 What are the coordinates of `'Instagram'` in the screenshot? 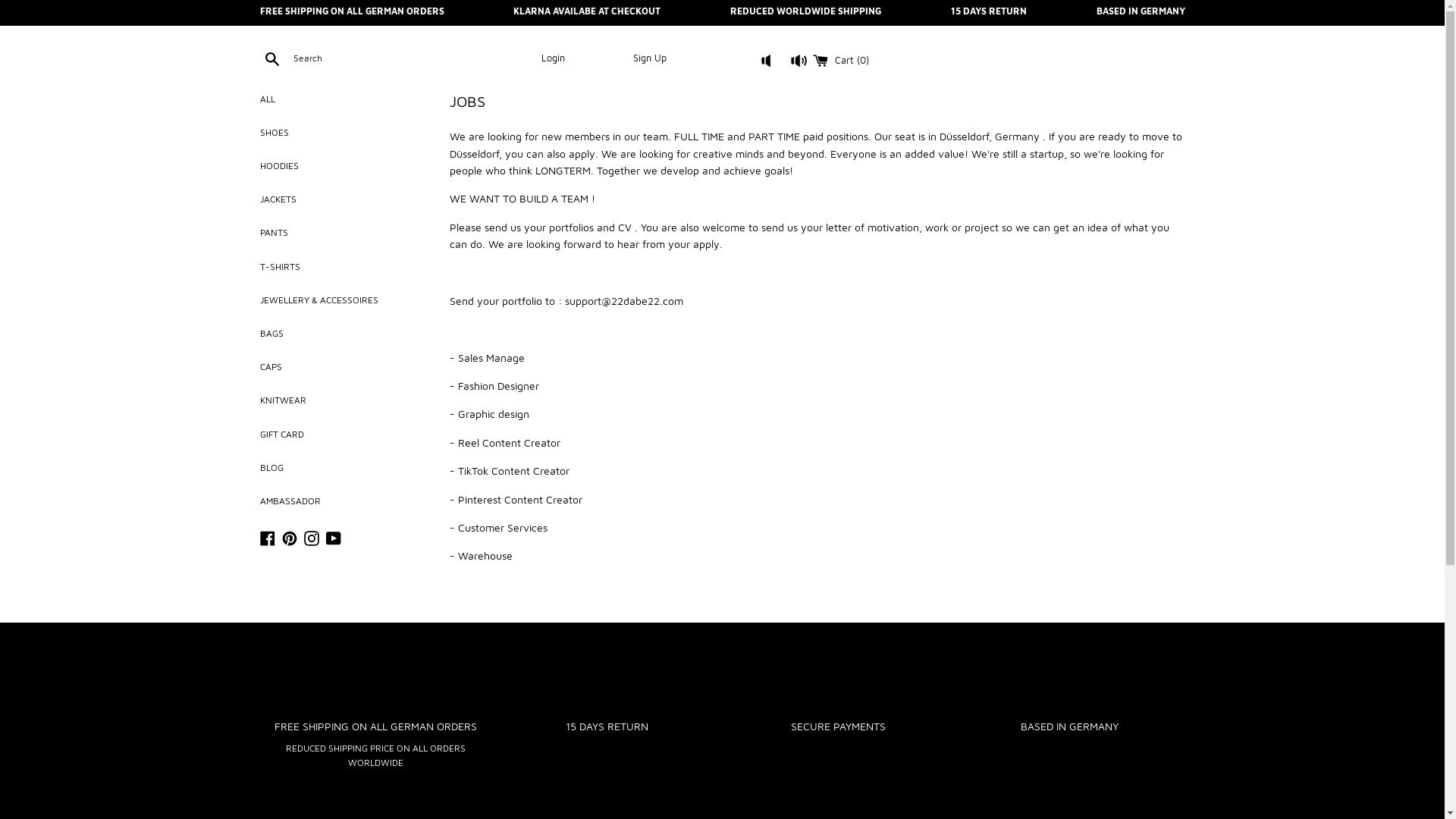 It's located at (303, 535).